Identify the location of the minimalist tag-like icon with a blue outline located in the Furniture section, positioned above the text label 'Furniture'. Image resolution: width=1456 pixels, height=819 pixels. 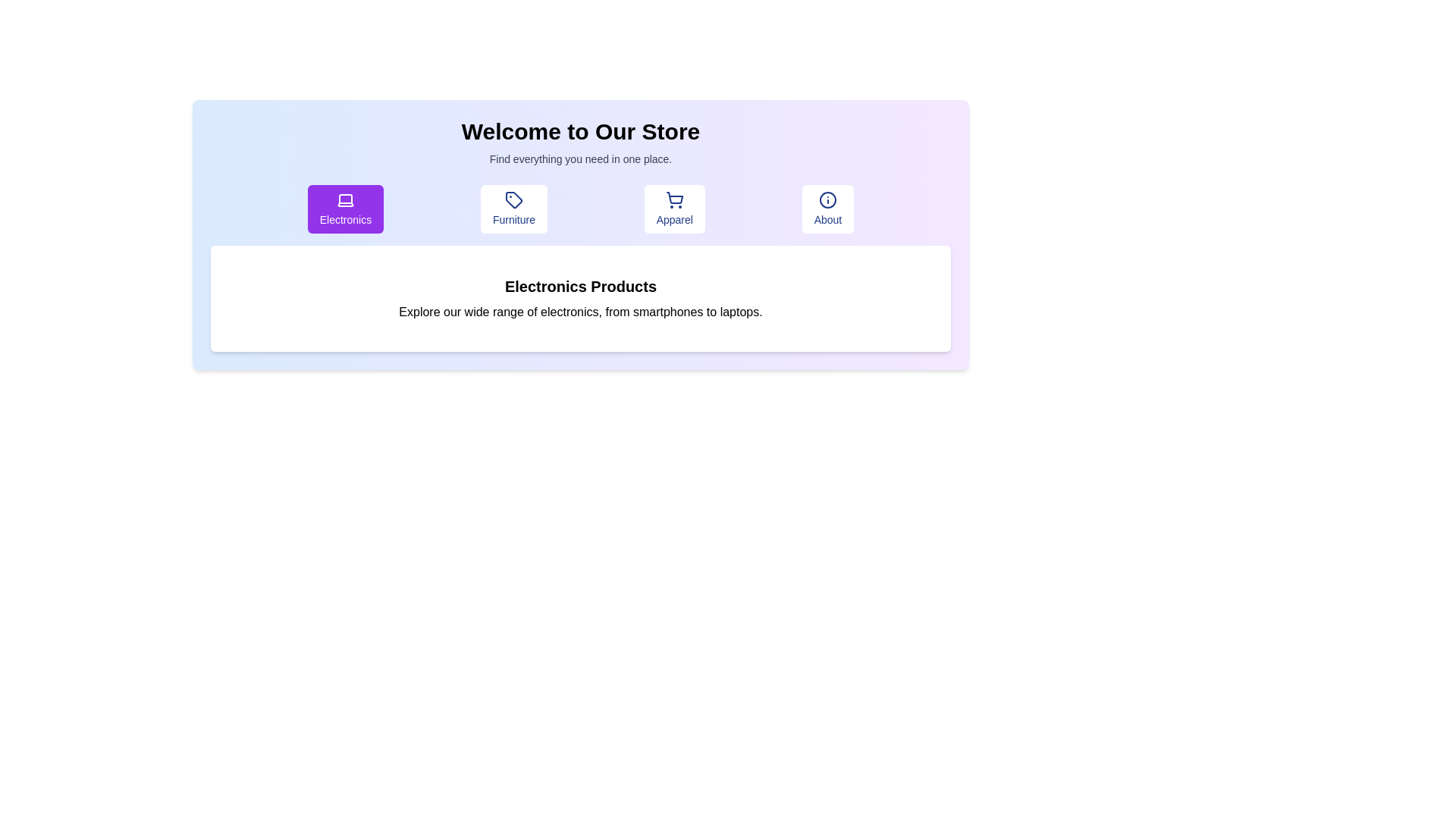
(513, 199).